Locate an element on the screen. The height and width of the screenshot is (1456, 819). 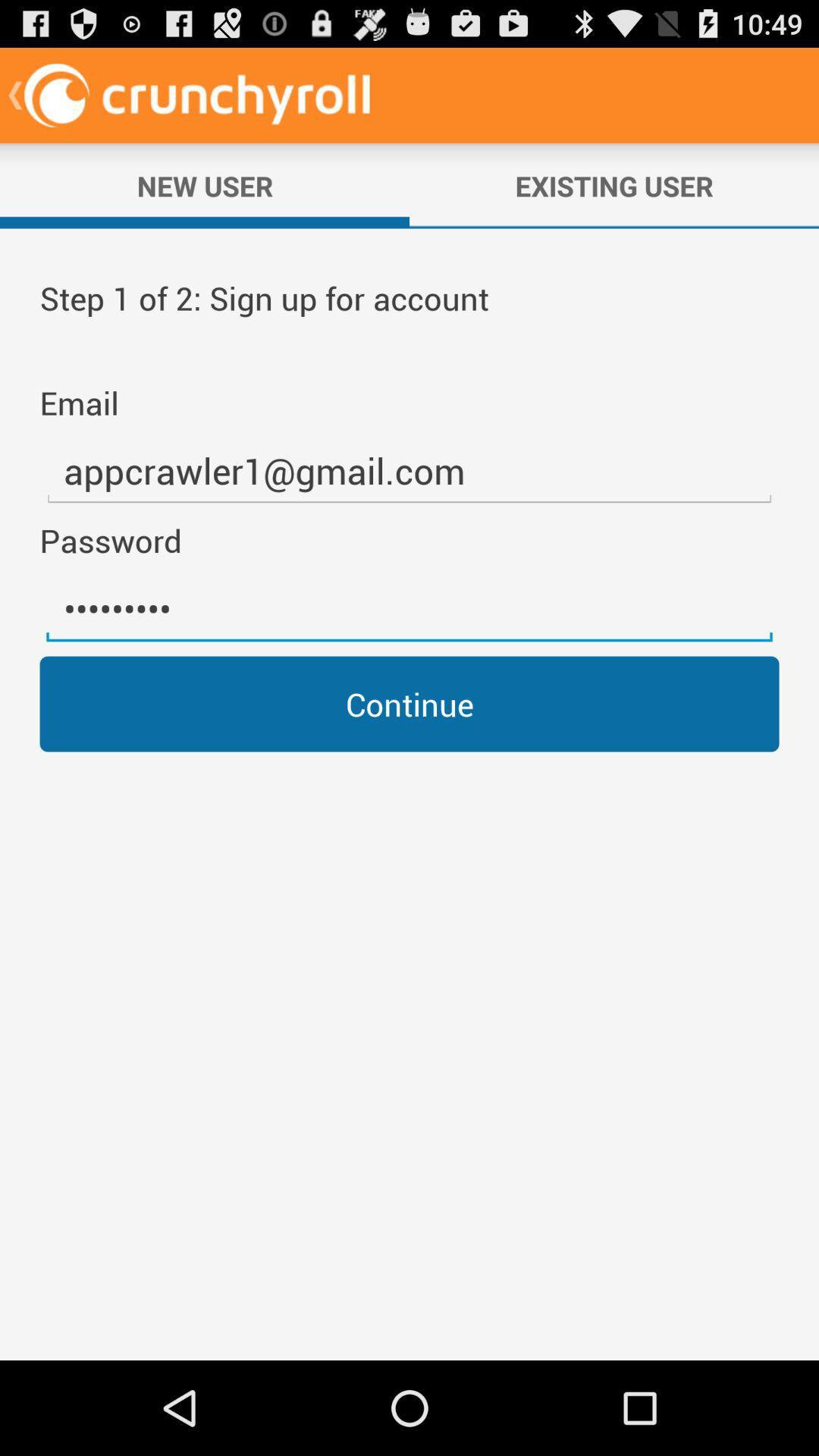
the crowd3116 icon is located at coordinates (409, 609).